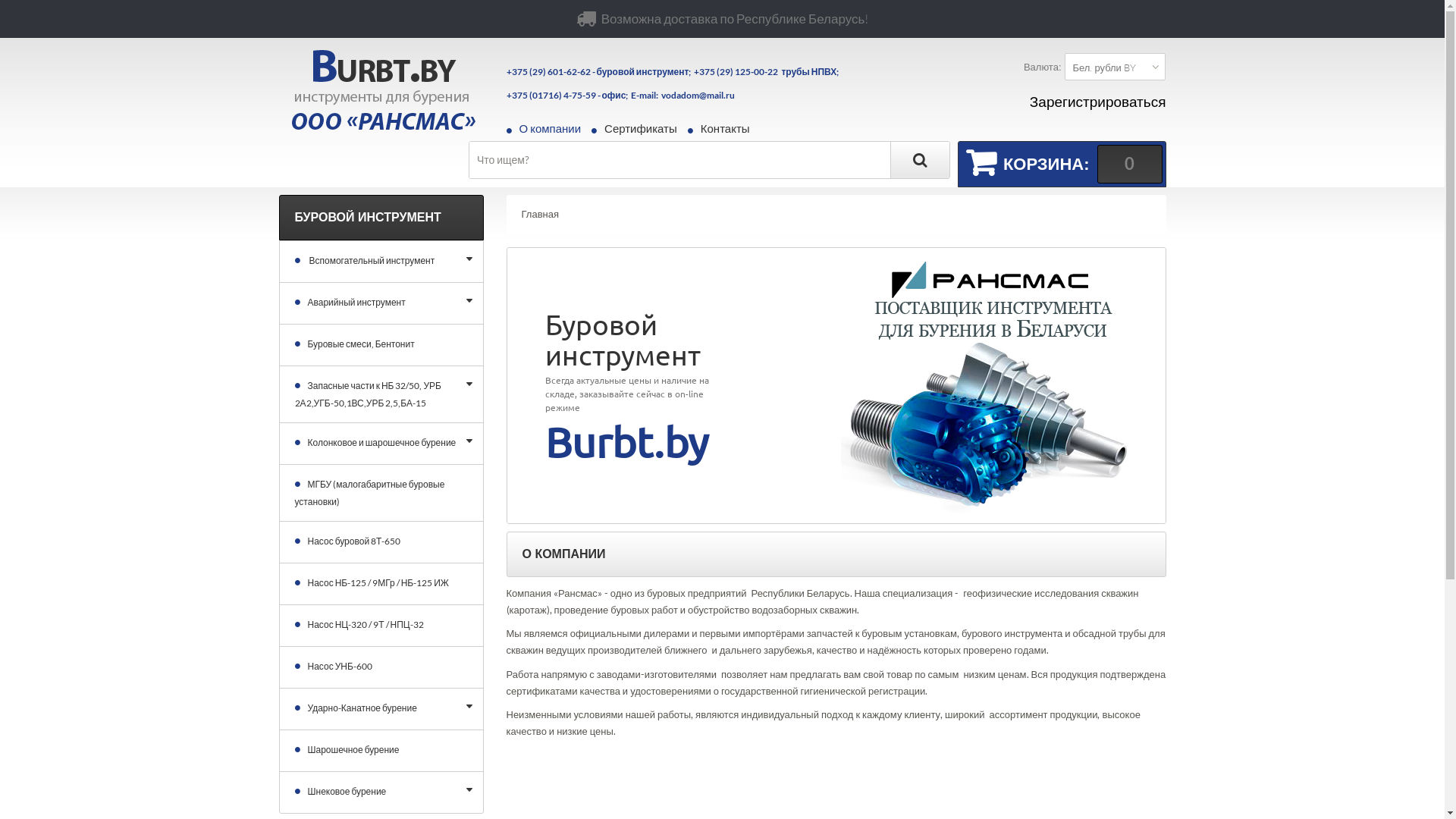  What do you see at coordinates (1128, 163) in the screenshot?
I see `'0'` at bounding box center [1128, 163].